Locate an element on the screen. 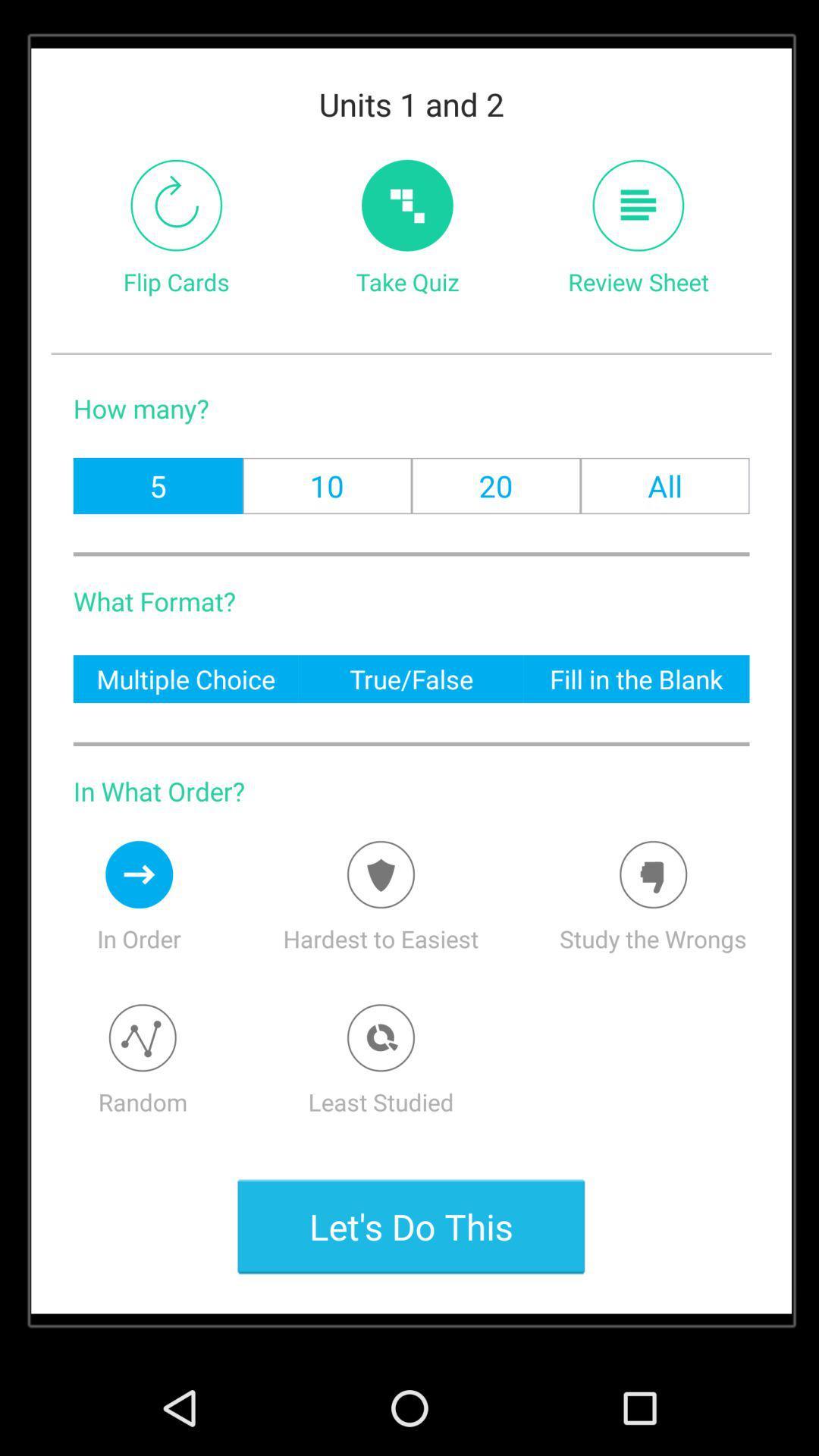  the icon next to multiple choice is located at coordinates (411, 678).